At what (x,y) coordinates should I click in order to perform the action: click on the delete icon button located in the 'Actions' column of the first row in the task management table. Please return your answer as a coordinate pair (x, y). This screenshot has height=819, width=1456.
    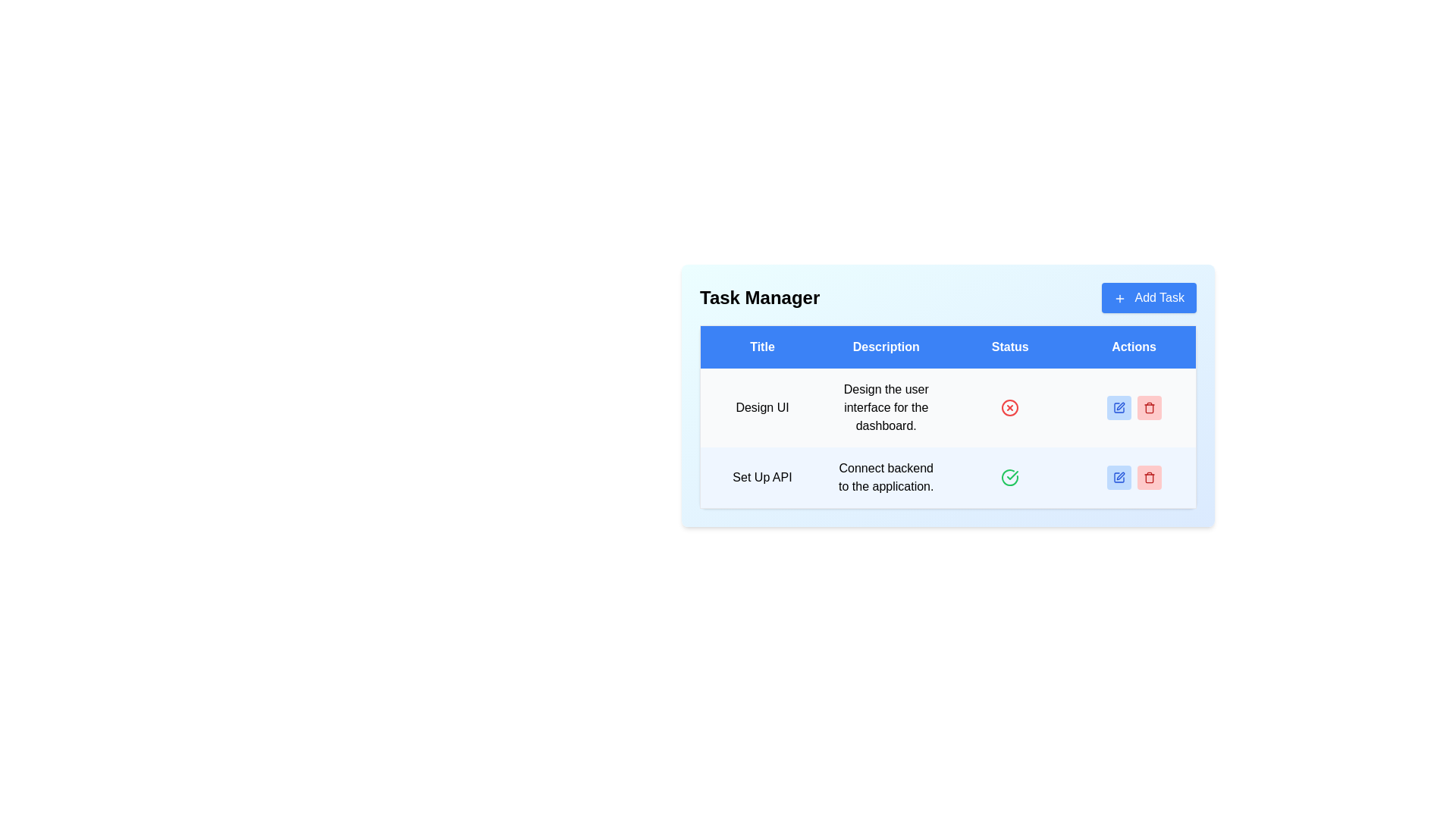
    Looking at the image, I should click on (1149, 406).